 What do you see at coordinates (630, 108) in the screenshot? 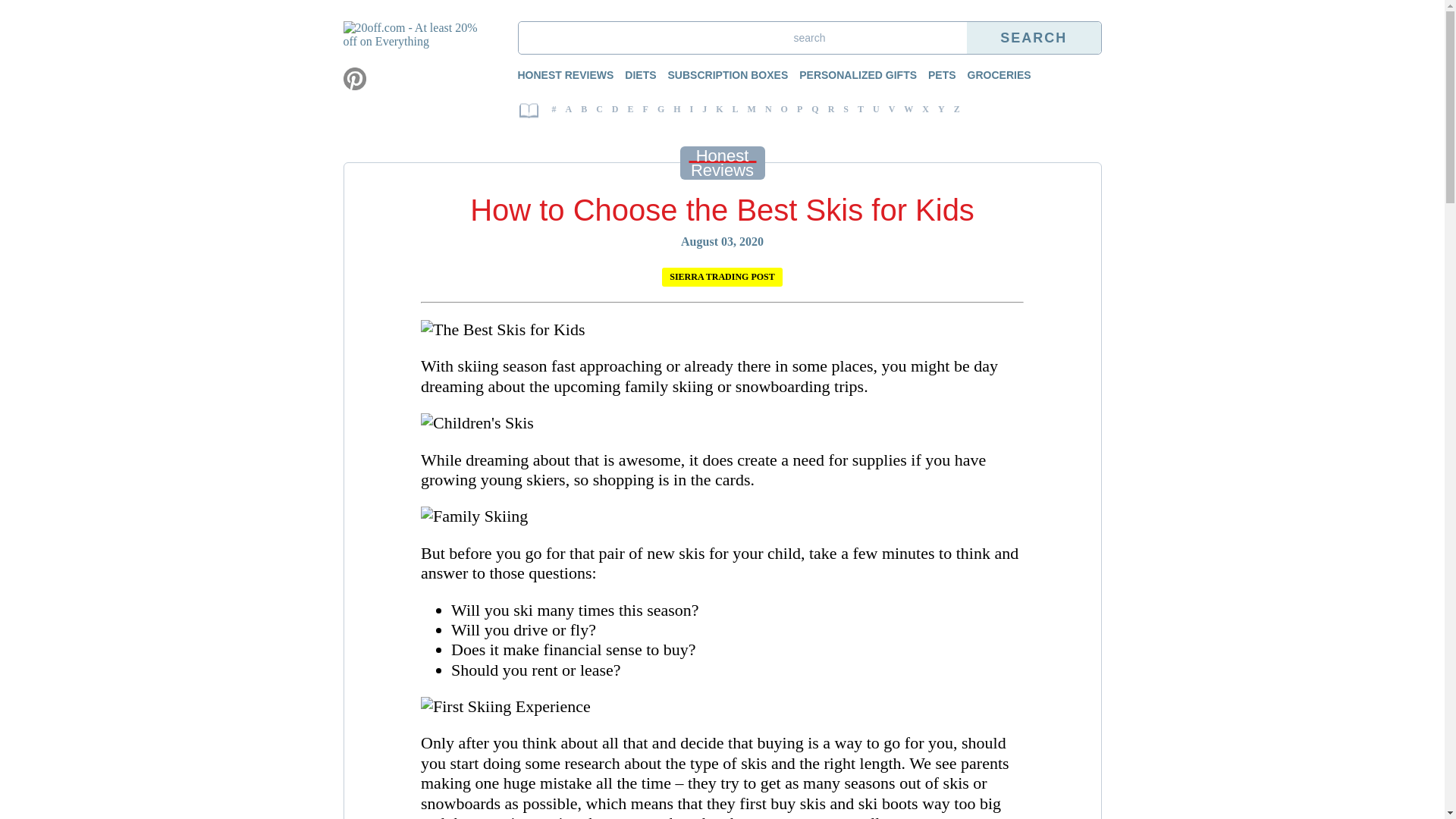
I see `'E'` at bounding box center [630, 108].